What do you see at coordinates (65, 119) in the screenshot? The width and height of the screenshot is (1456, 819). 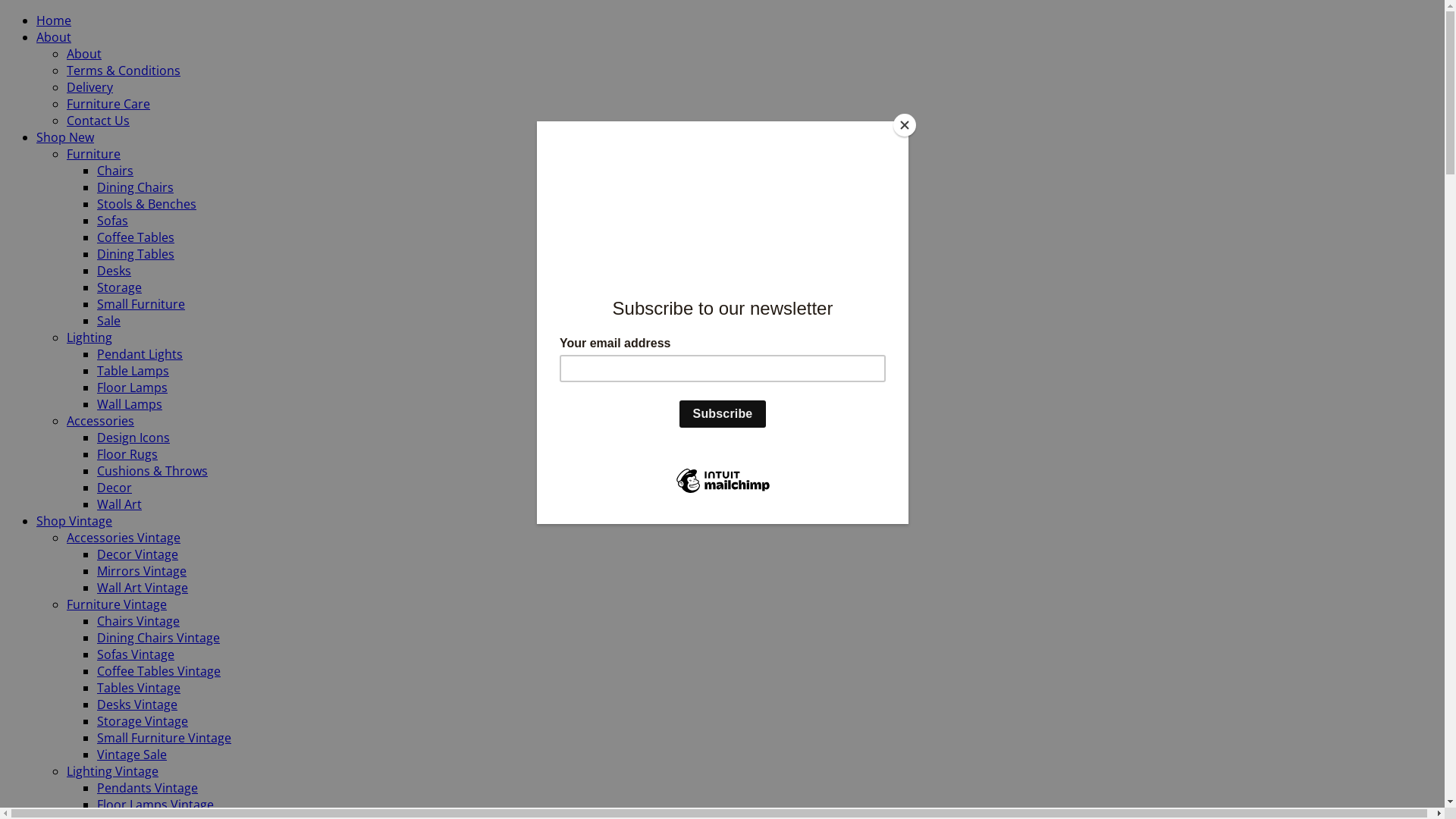 I see `'Contact Us'` at bounding box center [65, 119].